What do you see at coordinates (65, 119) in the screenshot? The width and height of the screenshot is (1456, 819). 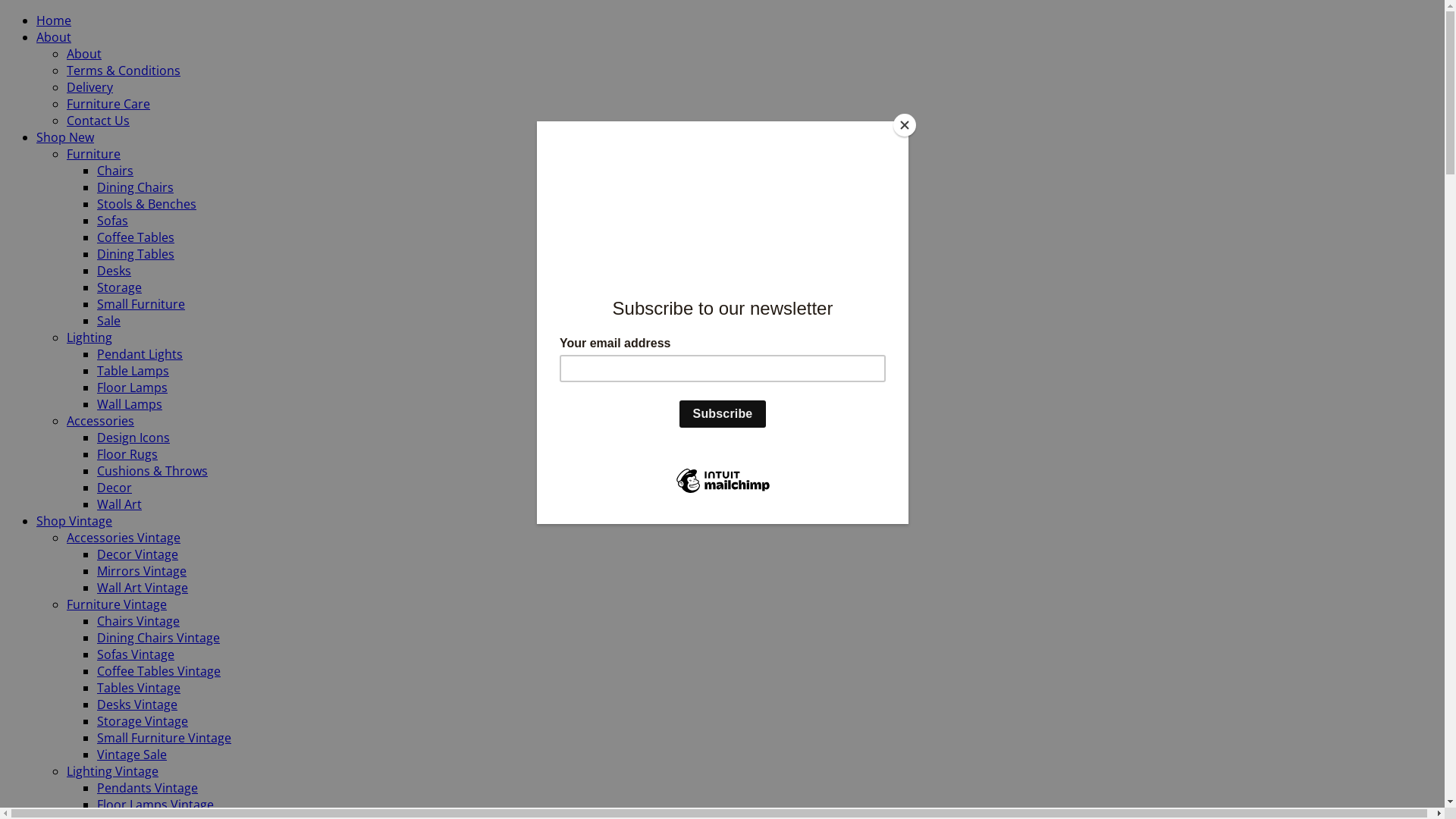 I see `'Contact Us'` at bounding box center [65, 119].